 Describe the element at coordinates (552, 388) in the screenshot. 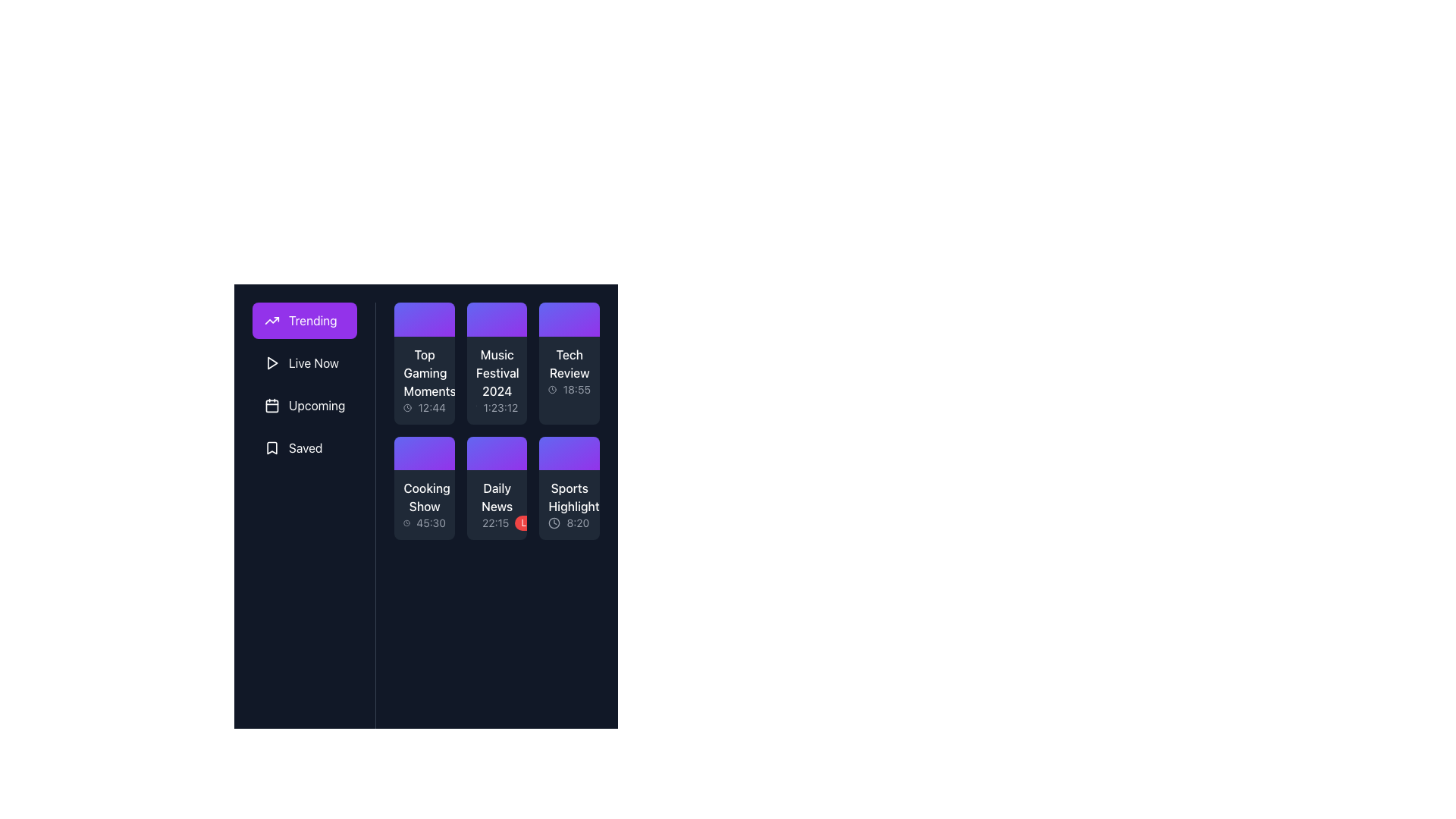

I see `the clock icon indicating the time '18:55' located in the top-right section of the 'Tech Review' tile` at that location.